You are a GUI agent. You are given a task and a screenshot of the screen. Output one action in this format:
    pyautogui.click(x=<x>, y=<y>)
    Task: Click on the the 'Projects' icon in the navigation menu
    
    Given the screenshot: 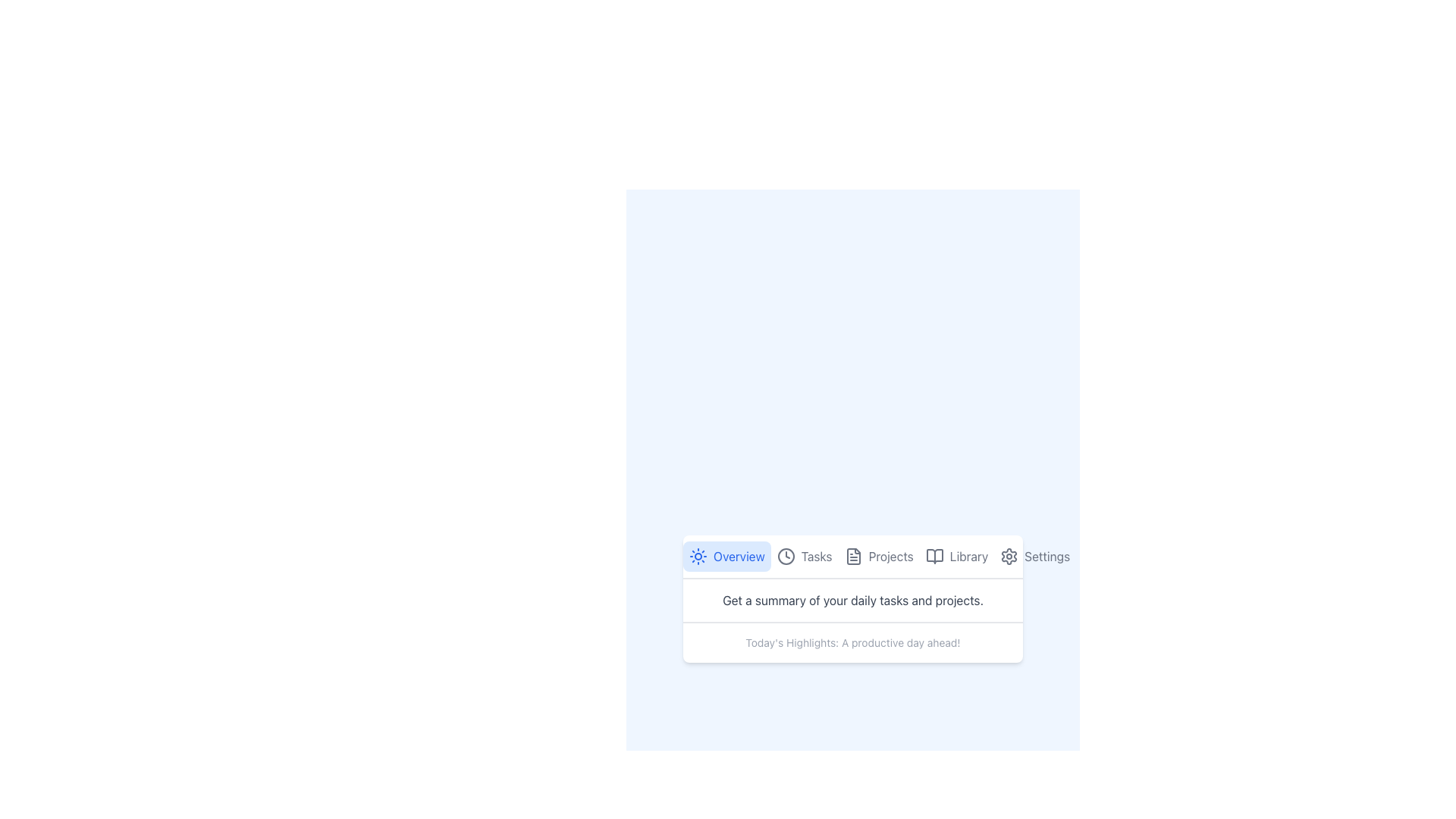 What is the action you would take?
    pyautogui.click(x=853, y=556)
    